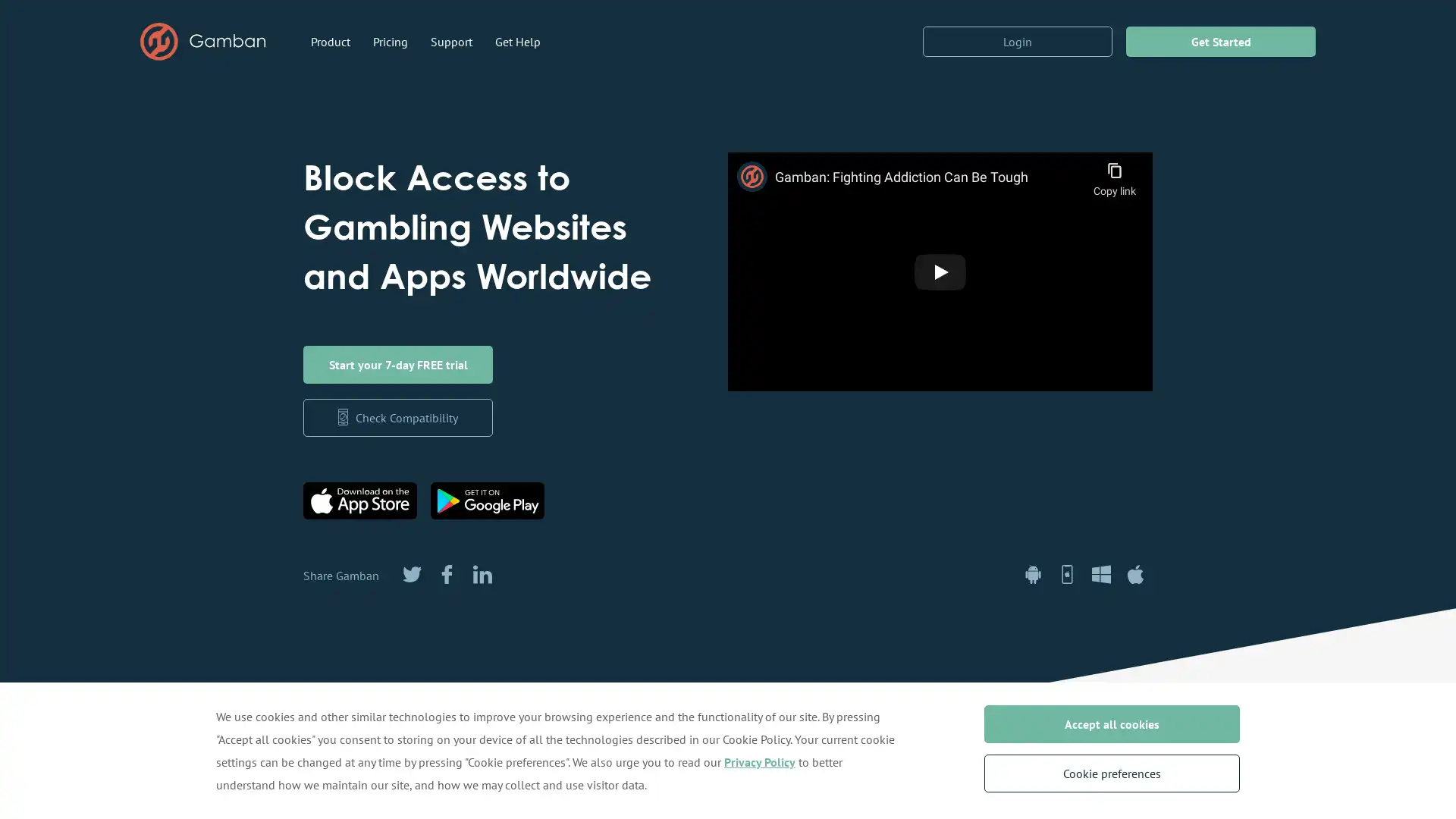 The height and width of the screenshot is (819, 1456). I want to click on Cookie preferences, so click(1111, 773).